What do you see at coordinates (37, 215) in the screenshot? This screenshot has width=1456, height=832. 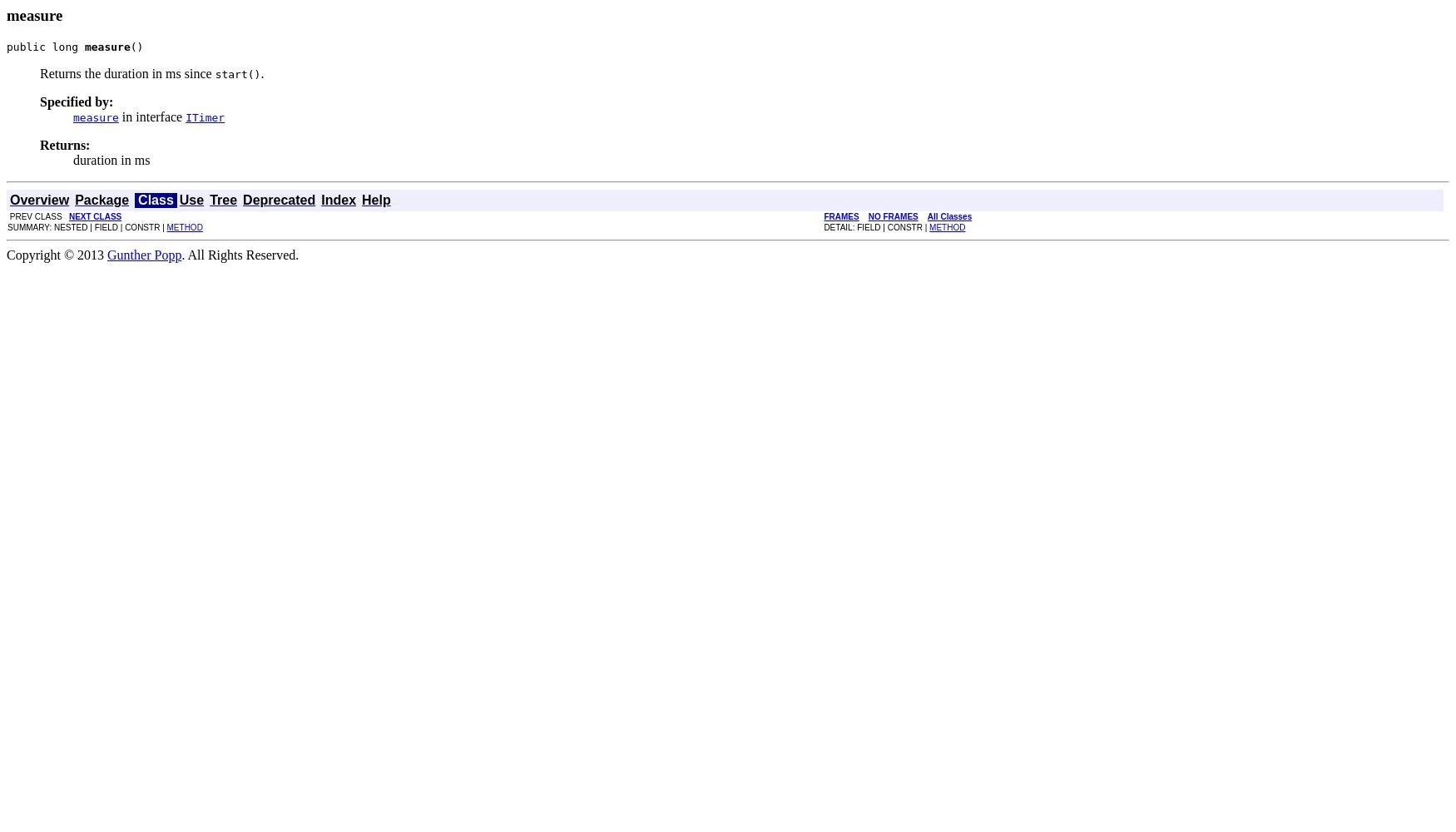 I see `'PREV CLASS'` at bounding box center [37, 215].